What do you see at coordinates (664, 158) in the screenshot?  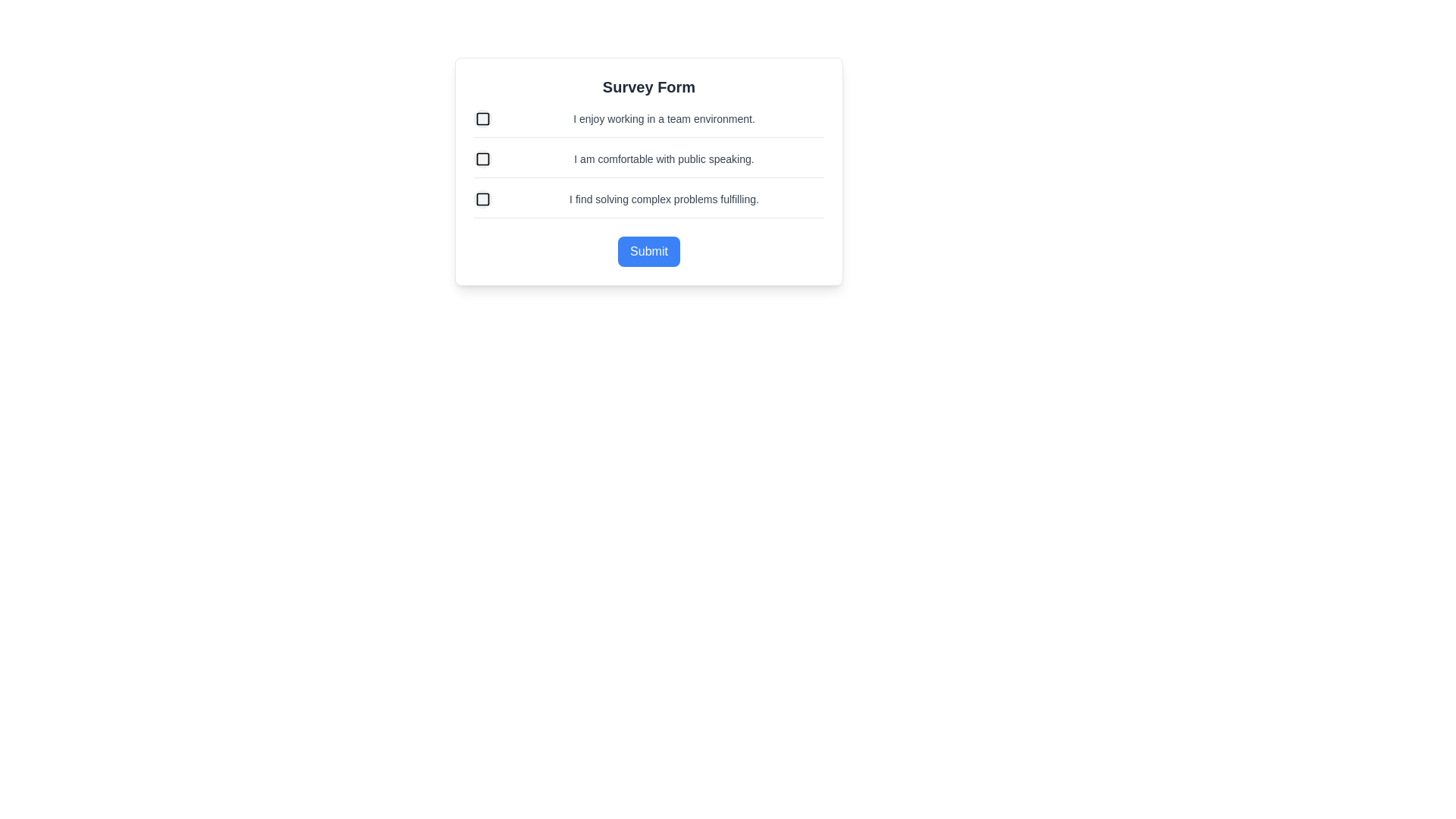 I see `text label located to the right of the checkbox in the middle of the survey form interface, which is the second item in a vertical list of statements` at bounding box center [664, 158].